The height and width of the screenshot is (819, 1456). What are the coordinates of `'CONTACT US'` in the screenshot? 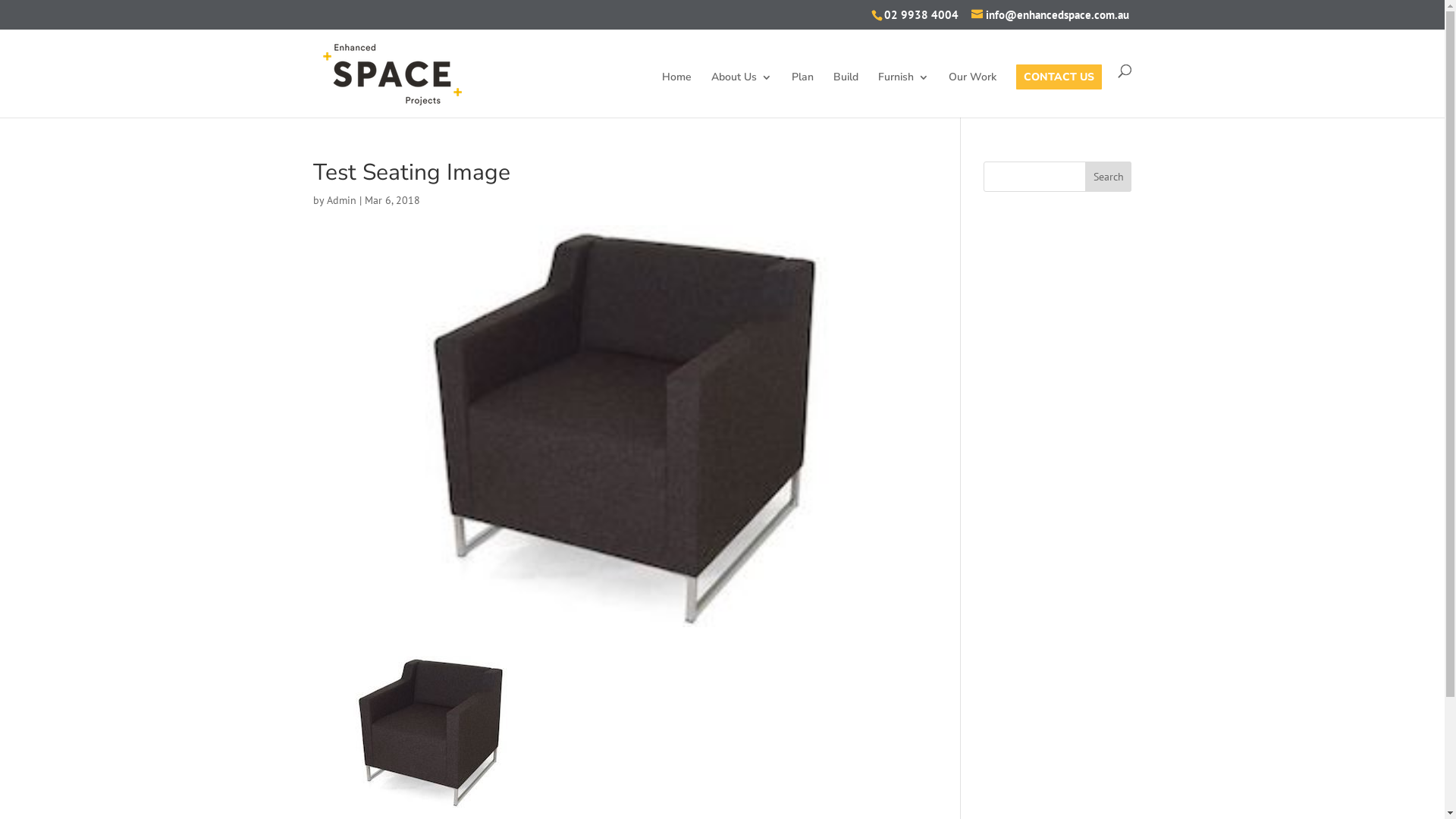 It's located at (1058, 93).